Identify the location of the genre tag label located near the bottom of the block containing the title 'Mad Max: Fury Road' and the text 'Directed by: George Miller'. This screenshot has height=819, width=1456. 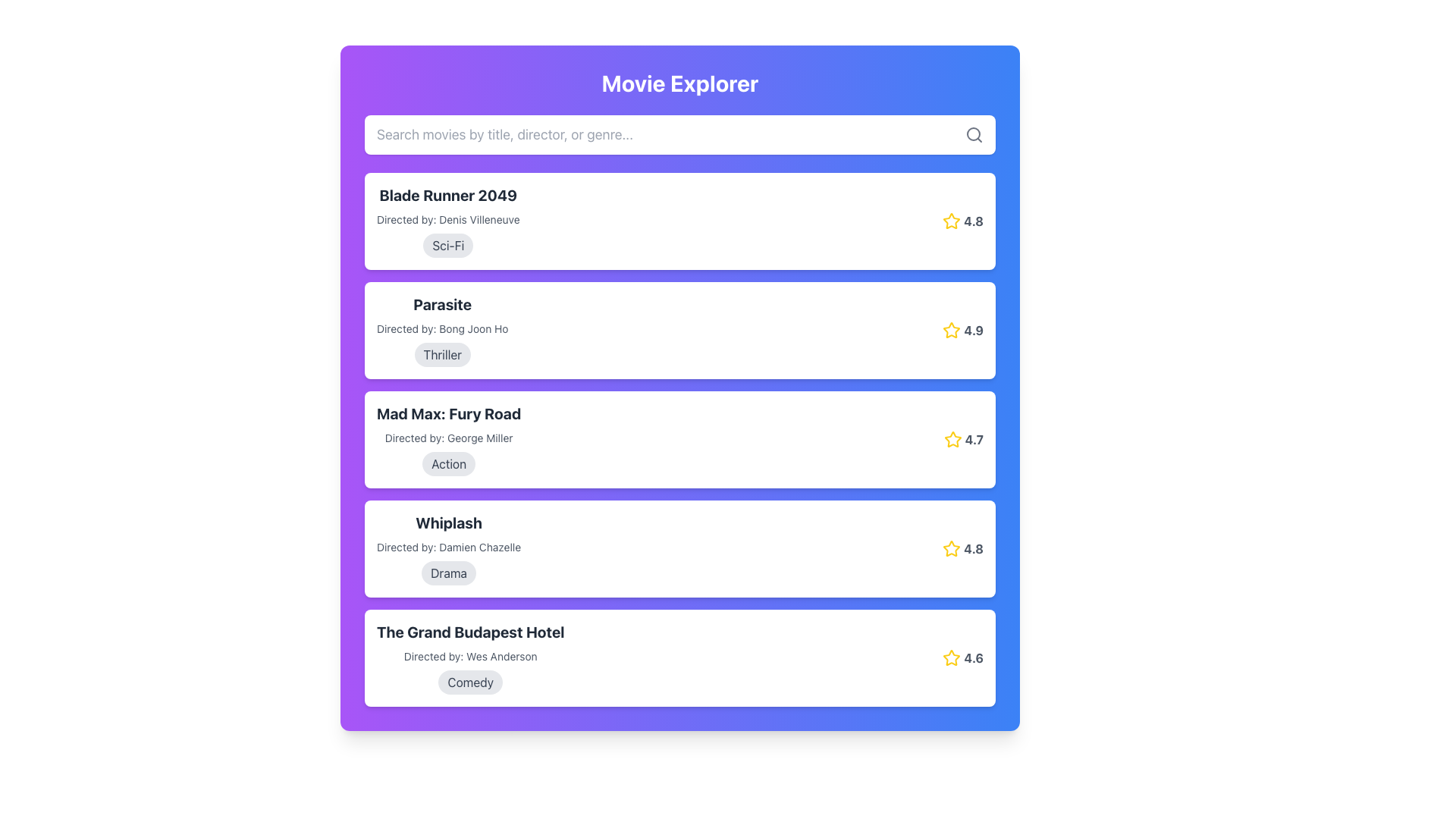
(448, 463).